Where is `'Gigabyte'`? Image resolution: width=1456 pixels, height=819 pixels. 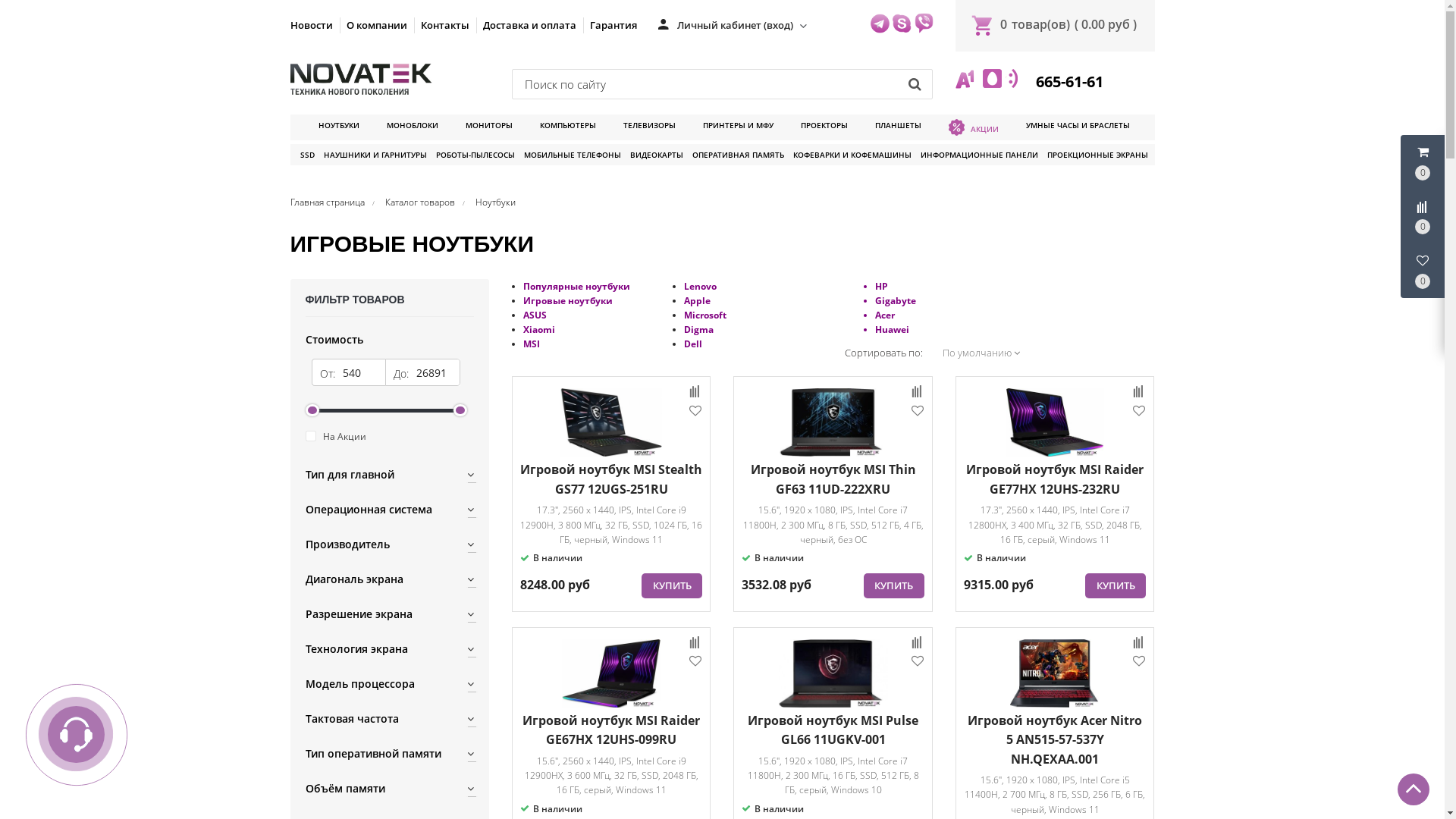
'Gigabyte' is located at coordinates (895, 300).